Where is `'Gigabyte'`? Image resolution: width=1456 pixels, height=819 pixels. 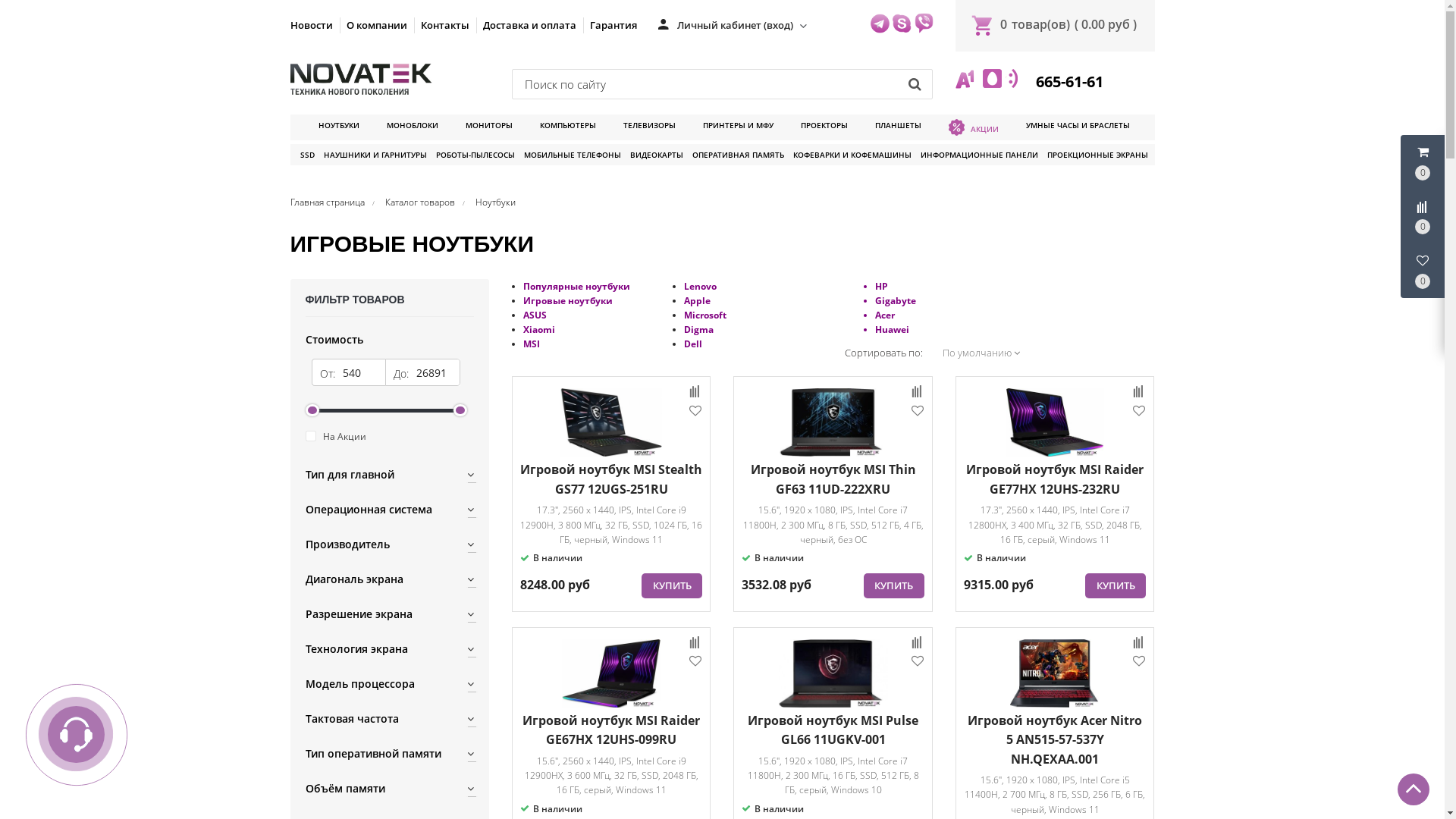
'Gigabyte' is located at coordinates (895, 300).